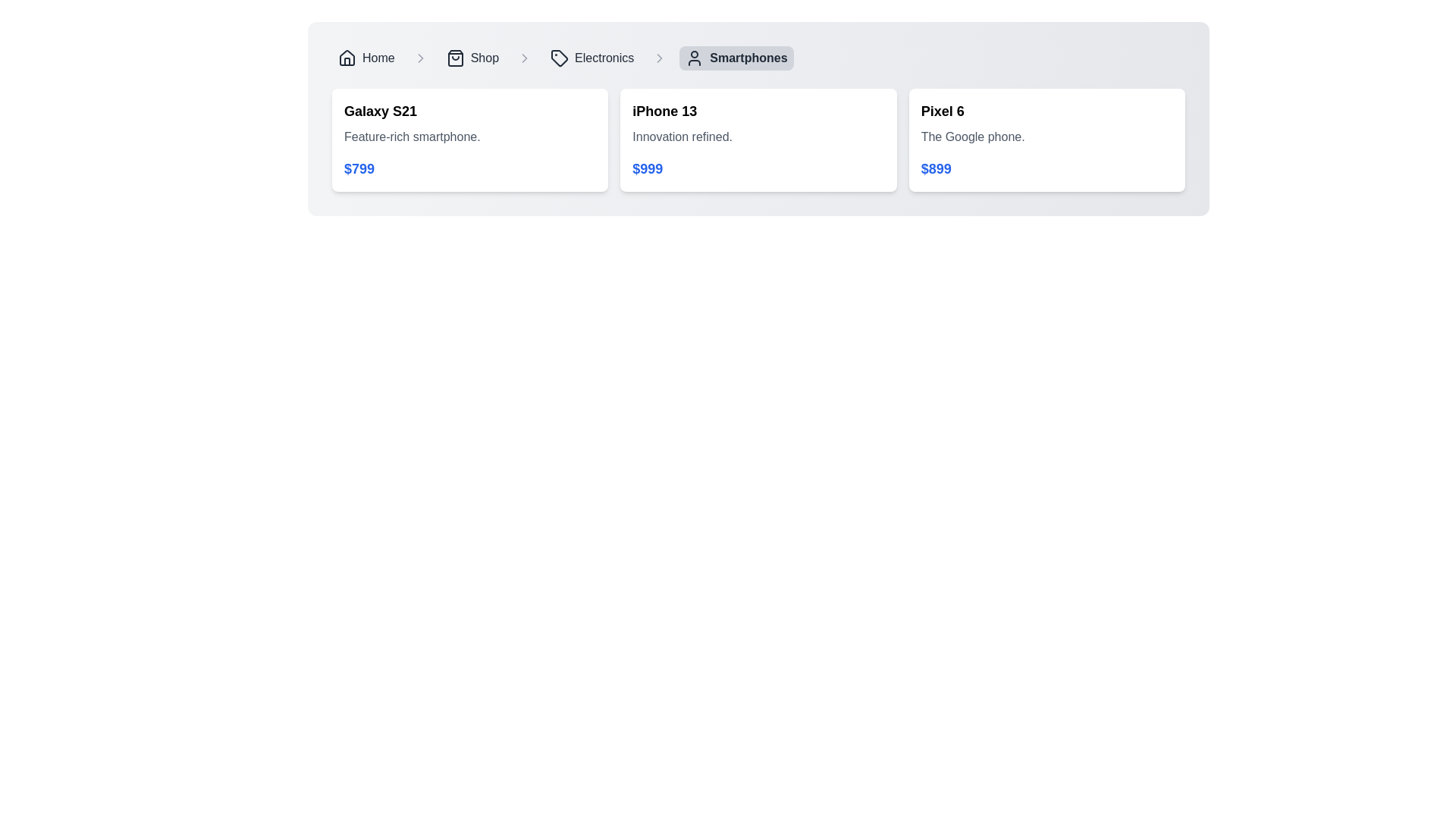  I want to click on the 'Shop' text label in the breadcrumb navigation, so click(484, 58).